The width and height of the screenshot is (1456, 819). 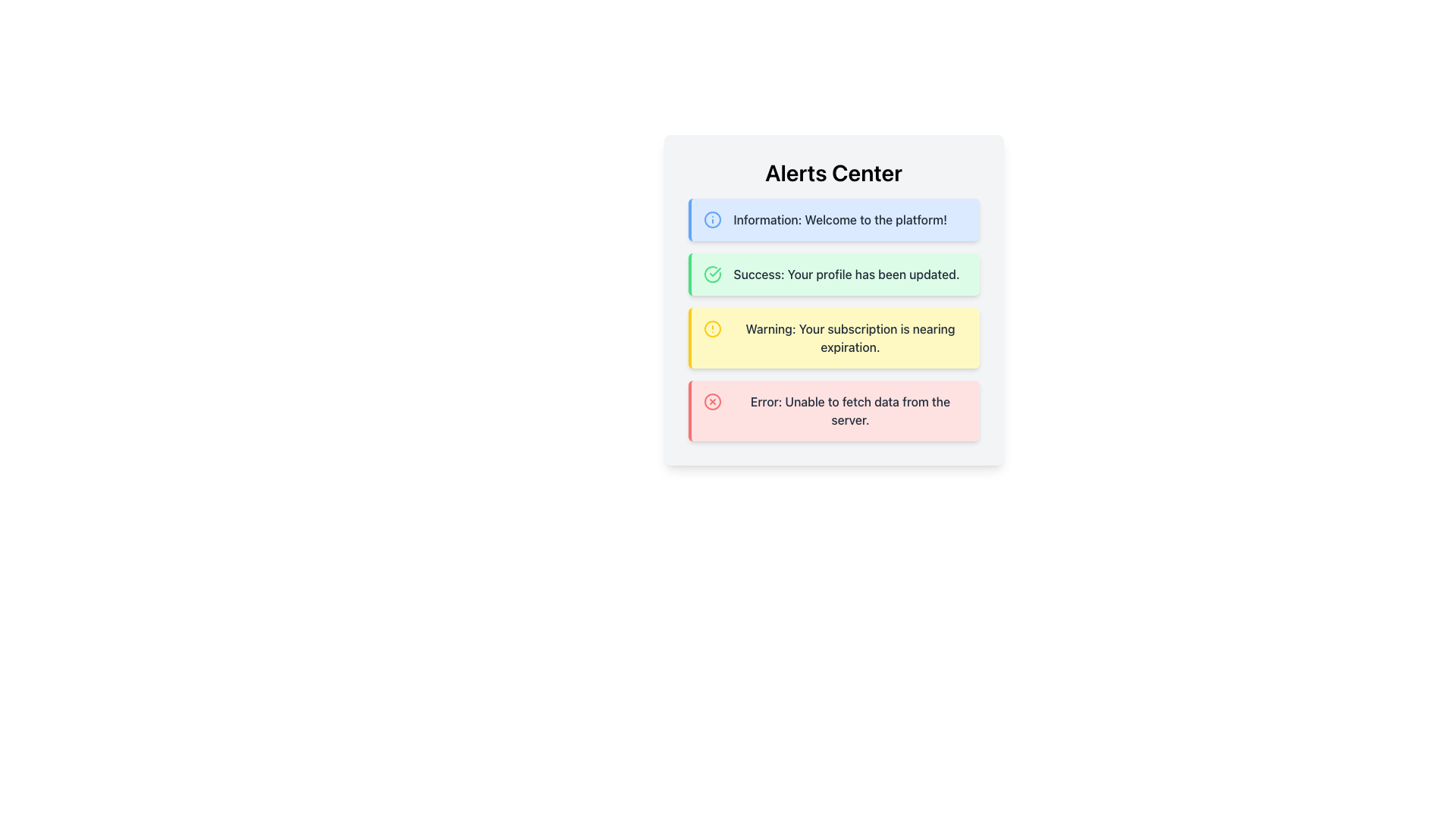 I want to click on the SVG icon with a green circular border enclosing a checkmark, located in the second alert row of the Alerts Center, which corresponds to the green 'Success' alert, so click(x=711, y=275).